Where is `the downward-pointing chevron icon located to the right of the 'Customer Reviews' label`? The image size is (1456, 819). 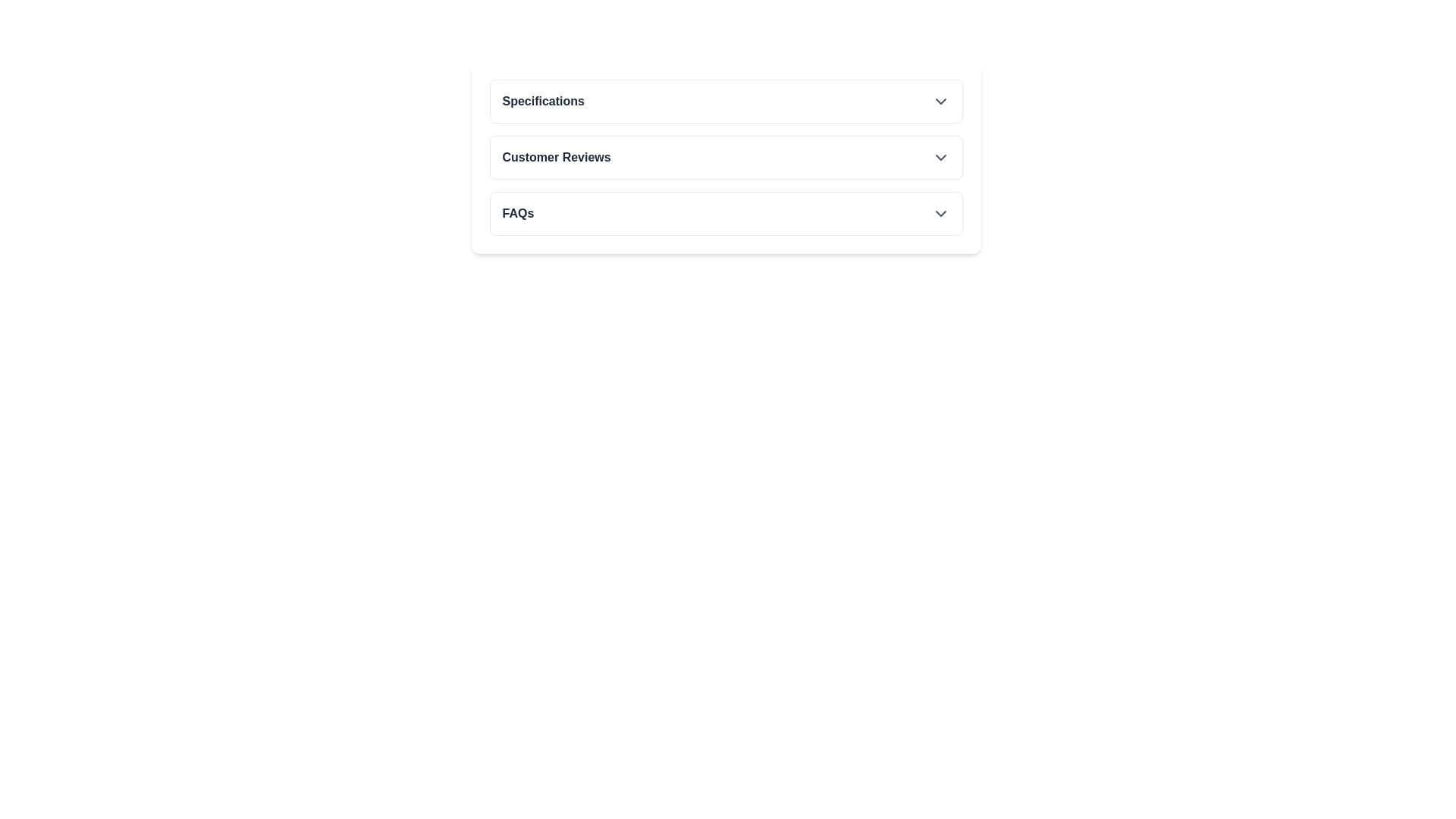
the downward-pointing chevron icon located to the right of the 'Customer Reviews' label is located at coordinates (940, 158).